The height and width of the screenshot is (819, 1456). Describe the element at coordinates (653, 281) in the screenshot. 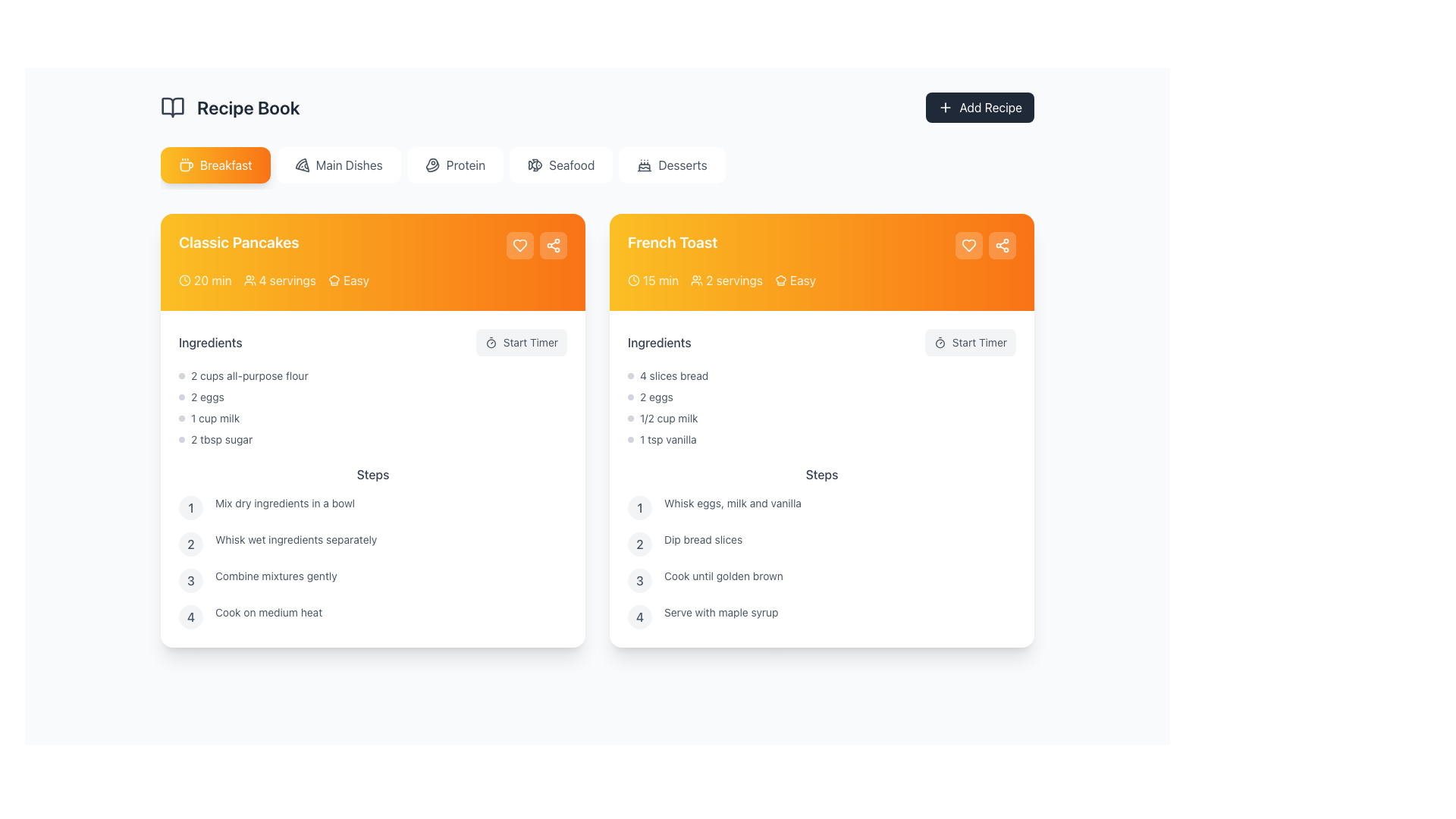

I see `the Decorative informational label displaying '15 min' duration with a clock icon, located in the top-left area of the 'French Toast' recipe card` at that location.